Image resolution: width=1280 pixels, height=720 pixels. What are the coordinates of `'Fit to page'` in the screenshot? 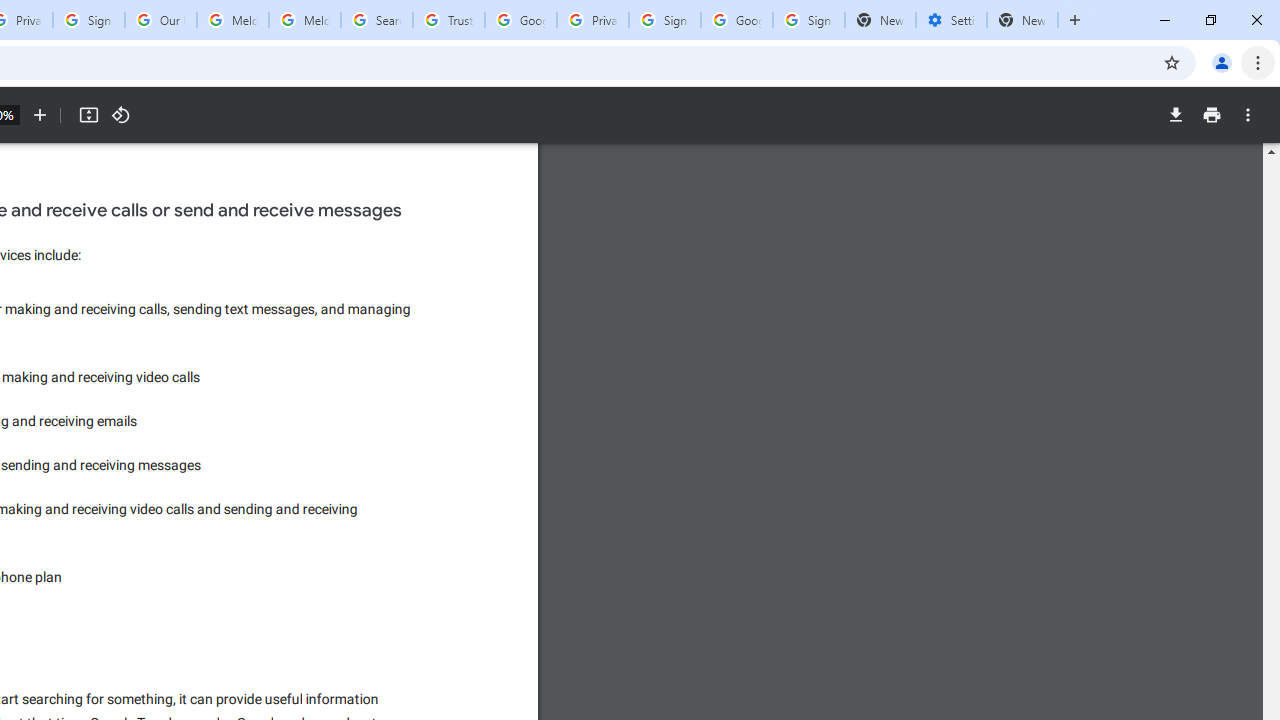 It's located at (87, 115).